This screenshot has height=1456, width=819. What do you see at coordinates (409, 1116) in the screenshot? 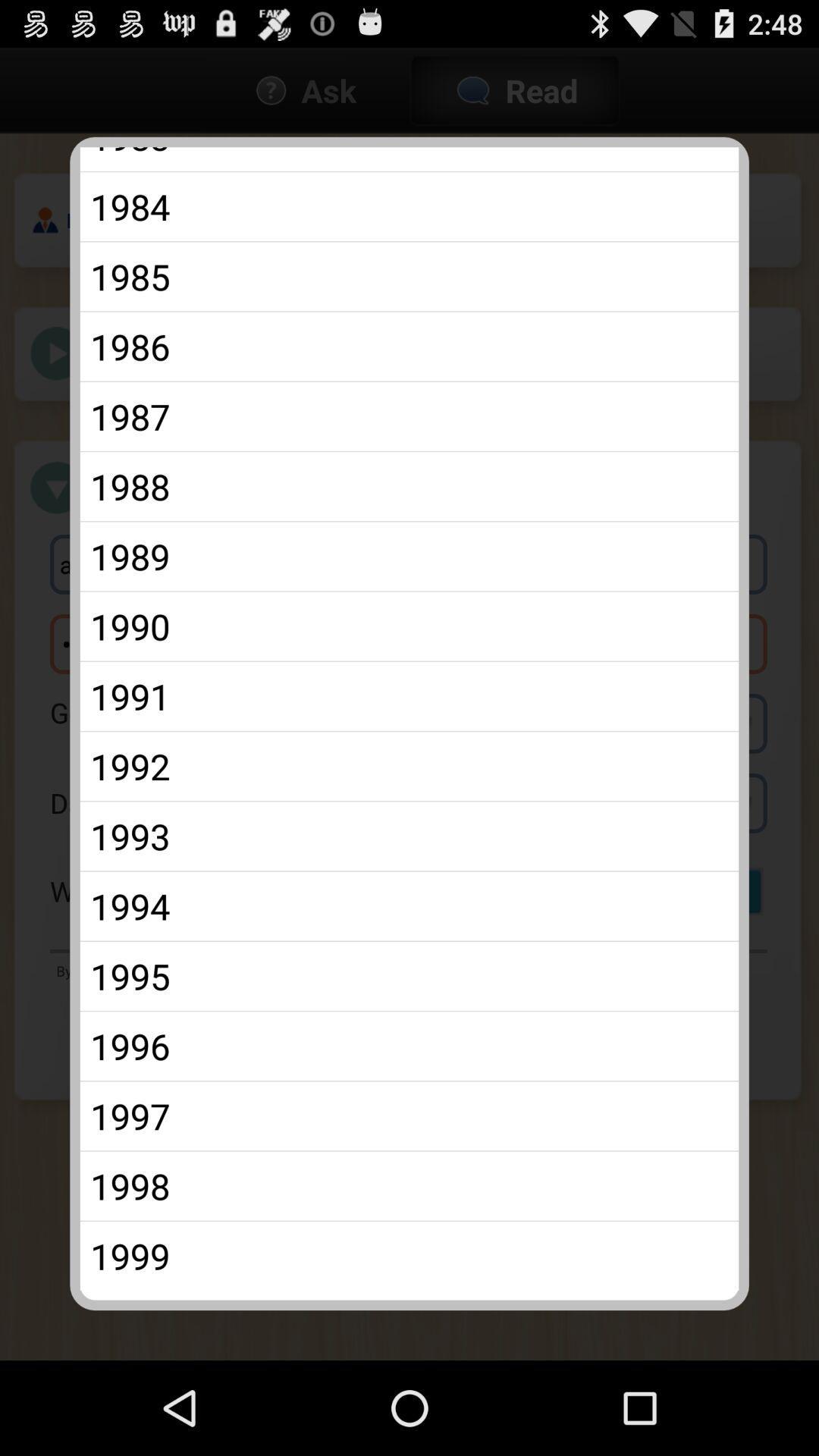
I see `the icon above 1998 app` at bounding box center [409, 1116].